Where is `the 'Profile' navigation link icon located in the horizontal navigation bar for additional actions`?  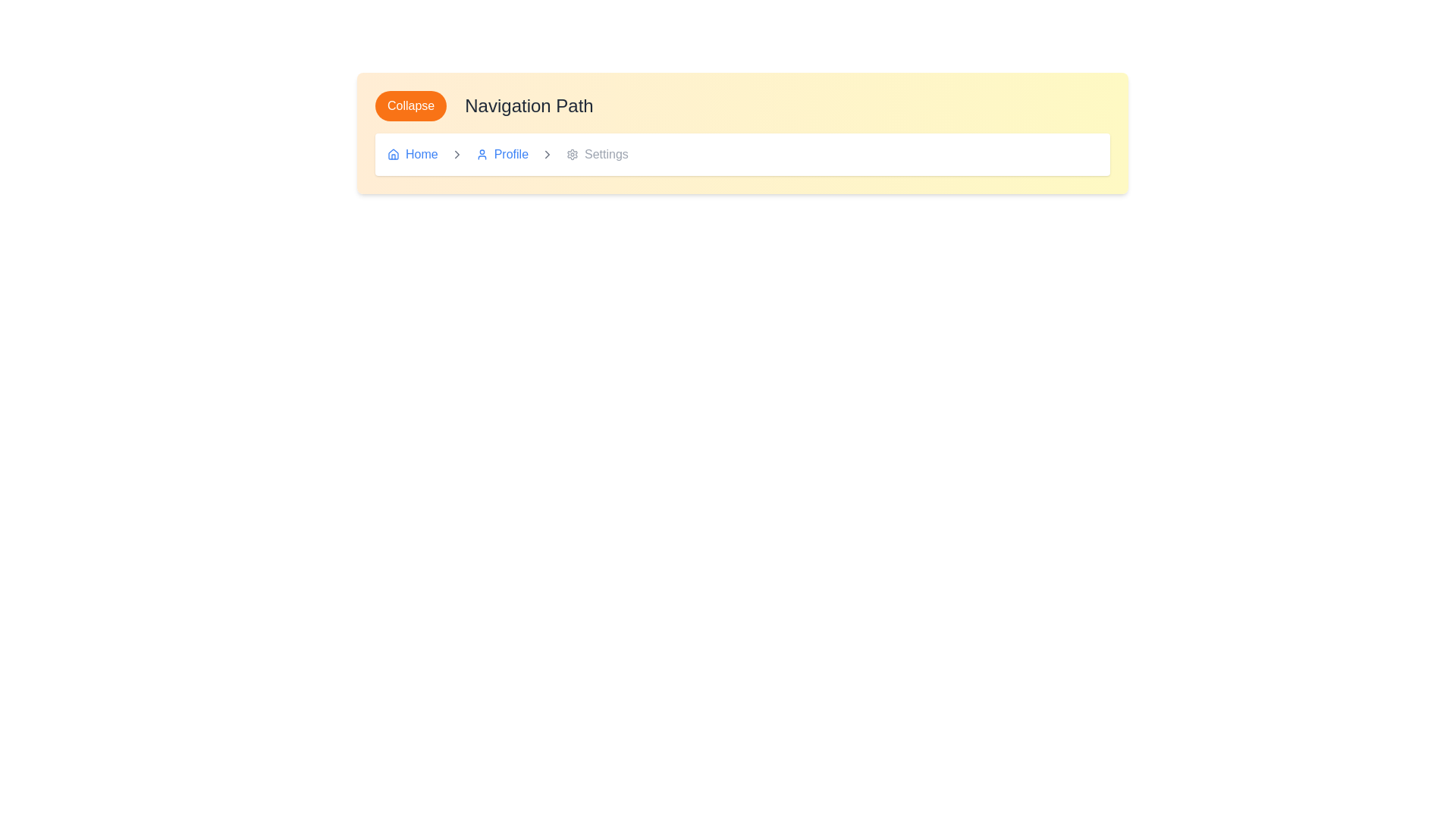
the 'Profile' navigation link icon located in the horizontal navigation bar for additional actions is located at coordinates (502, 155).